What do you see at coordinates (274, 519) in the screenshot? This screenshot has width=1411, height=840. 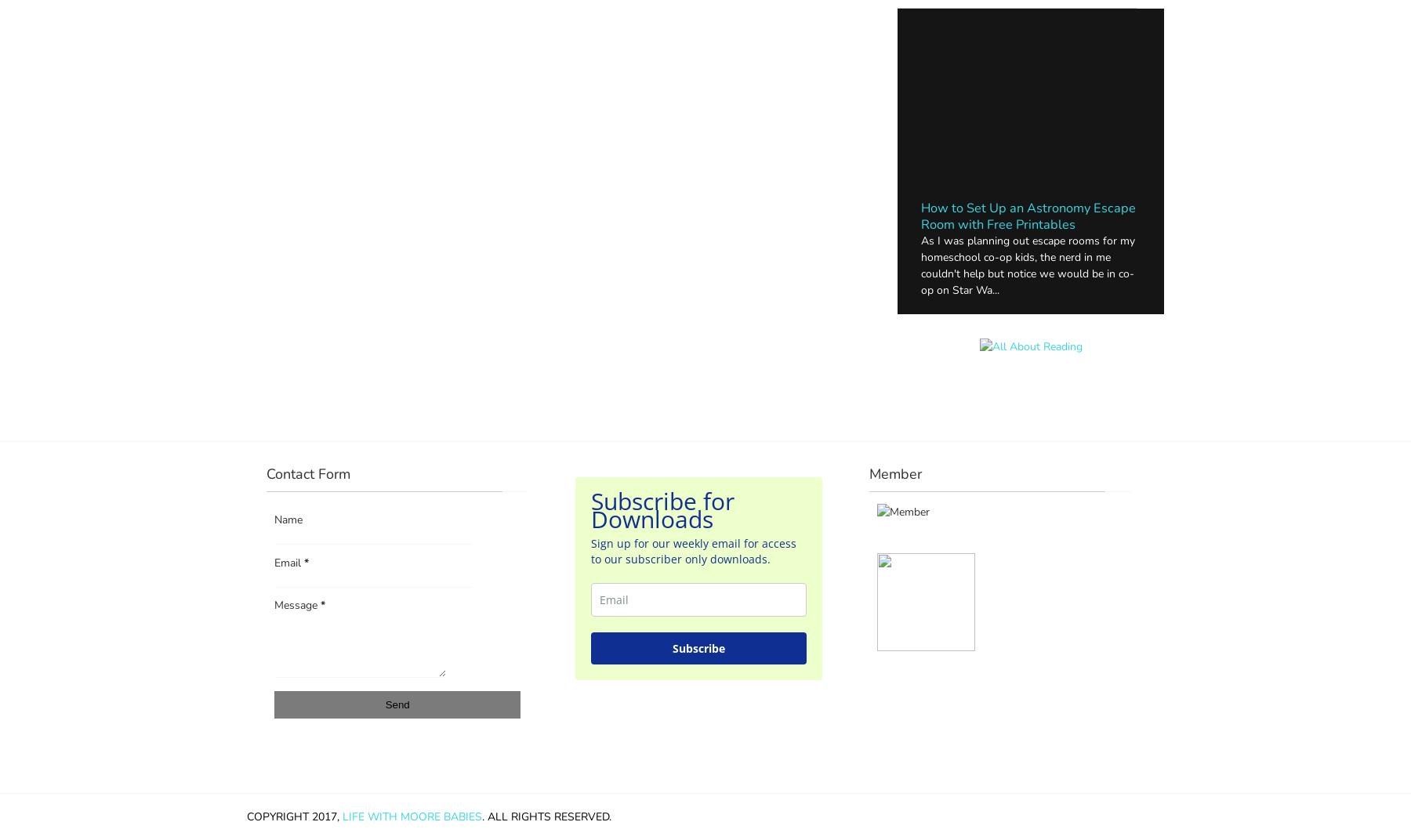 I see `'Name'` at bounding box center [274, 519].